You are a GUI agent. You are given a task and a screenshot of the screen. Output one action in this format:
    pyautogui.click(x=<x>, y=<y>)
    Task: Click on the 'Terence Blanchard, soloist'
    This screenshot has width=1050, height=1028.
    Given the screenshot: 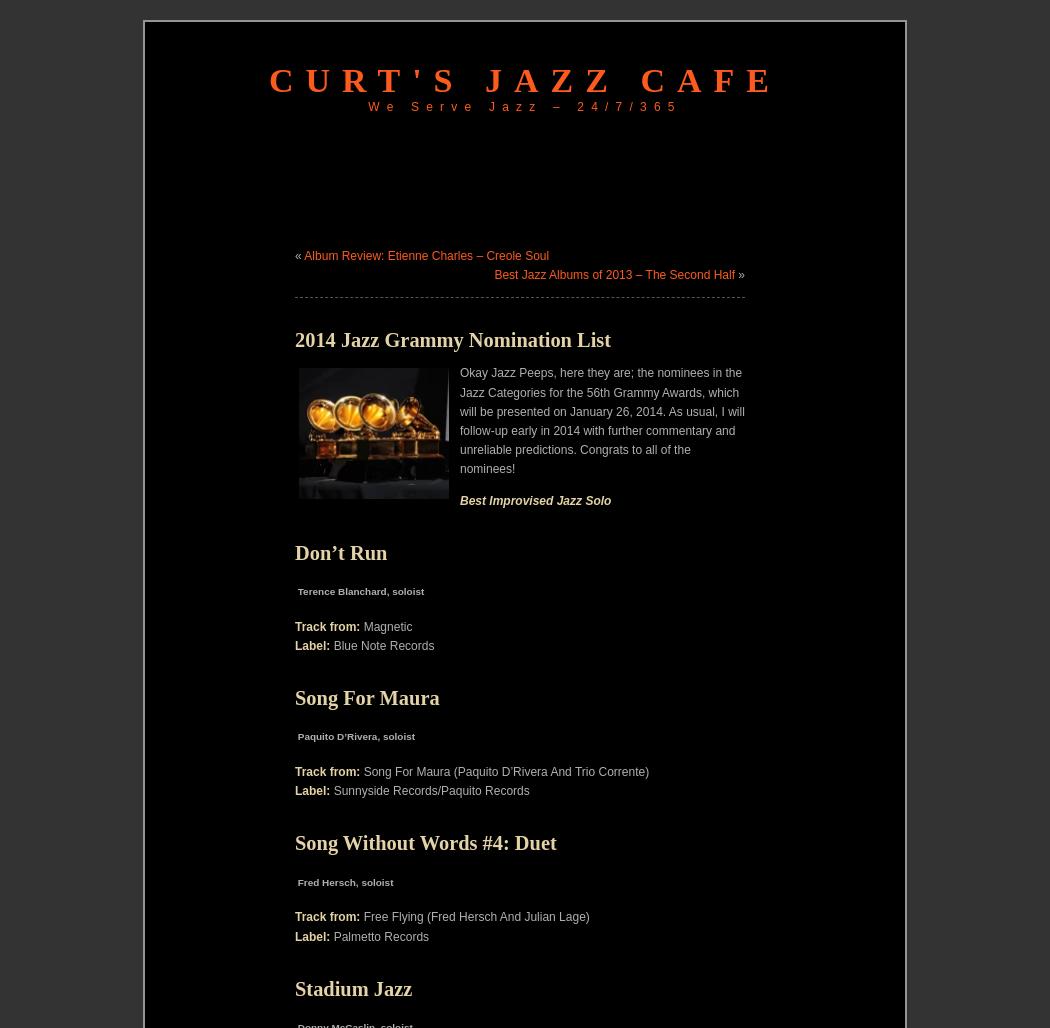 What is the action you would take?
    pyautogui.click(x=358, y=589)
    